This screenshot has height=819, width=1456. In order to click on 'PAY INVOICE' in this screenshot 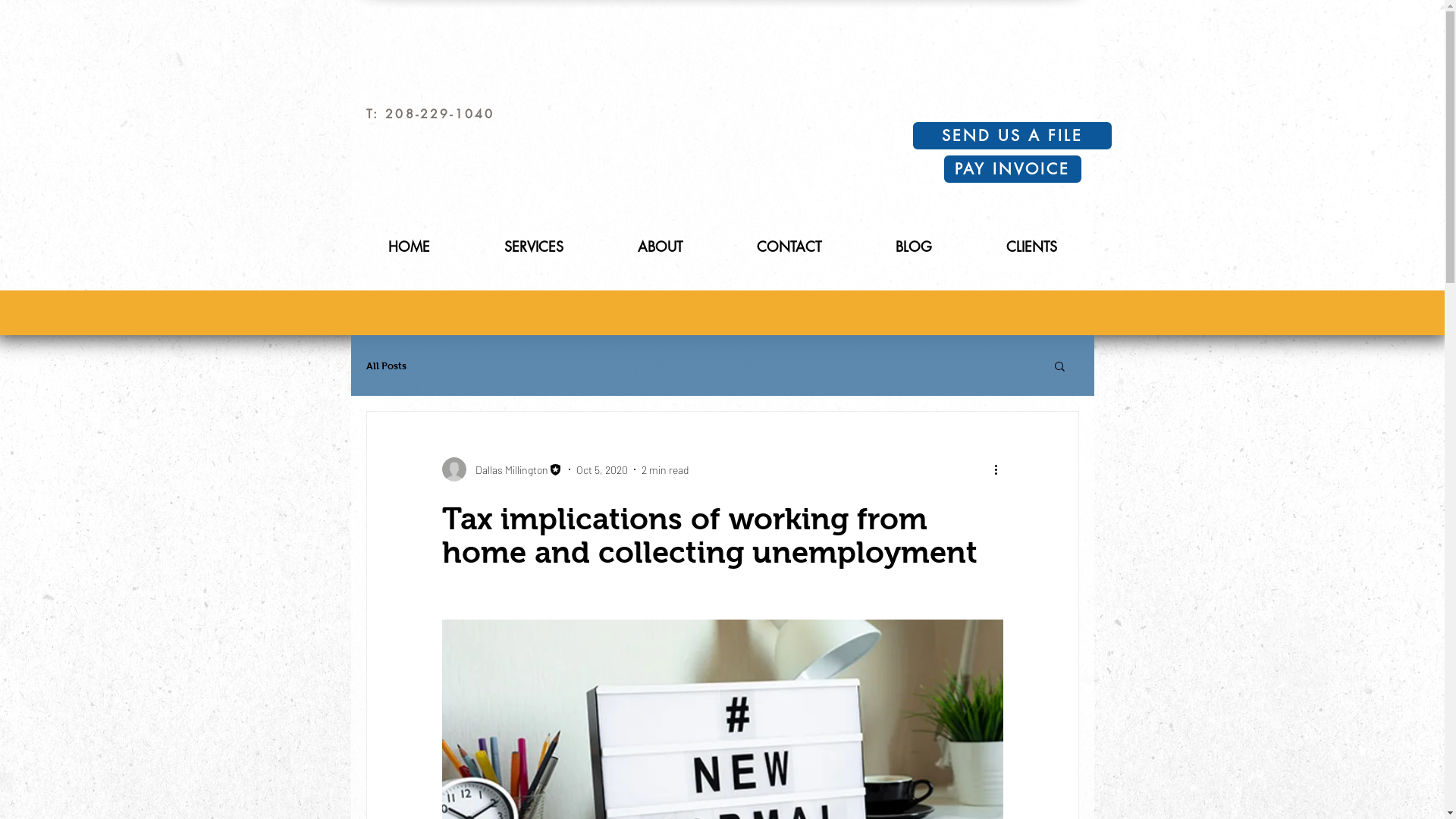, I will do `click(1012, 169)`.